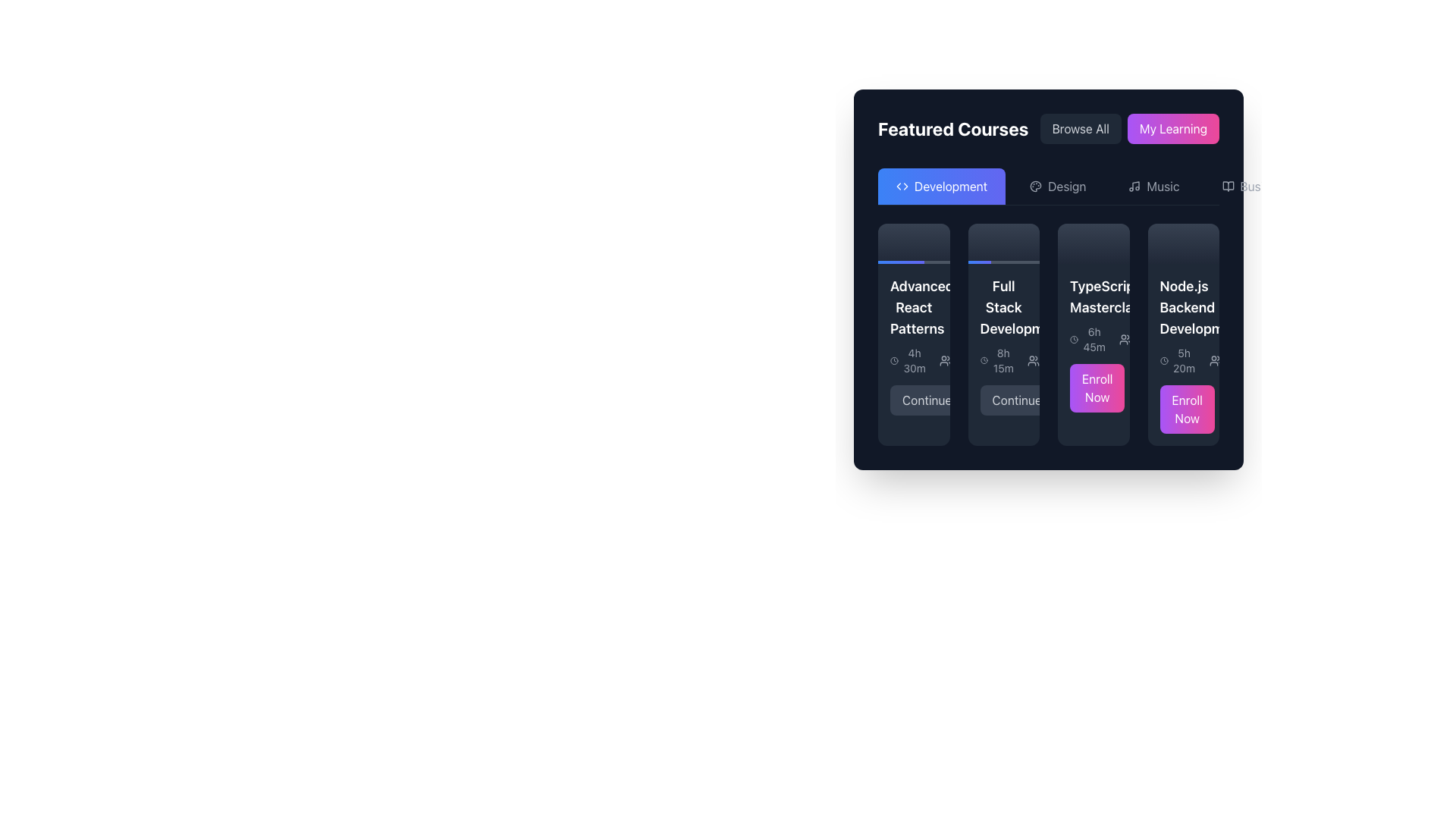 The width and height of the screenshot is (1456, 819). Describe the element at coordinates (1066, 186) in the screenshot. I see `the 'Design' text label, which is located immediately to the right of a small icon in the row of categories above the course cards` at that location.